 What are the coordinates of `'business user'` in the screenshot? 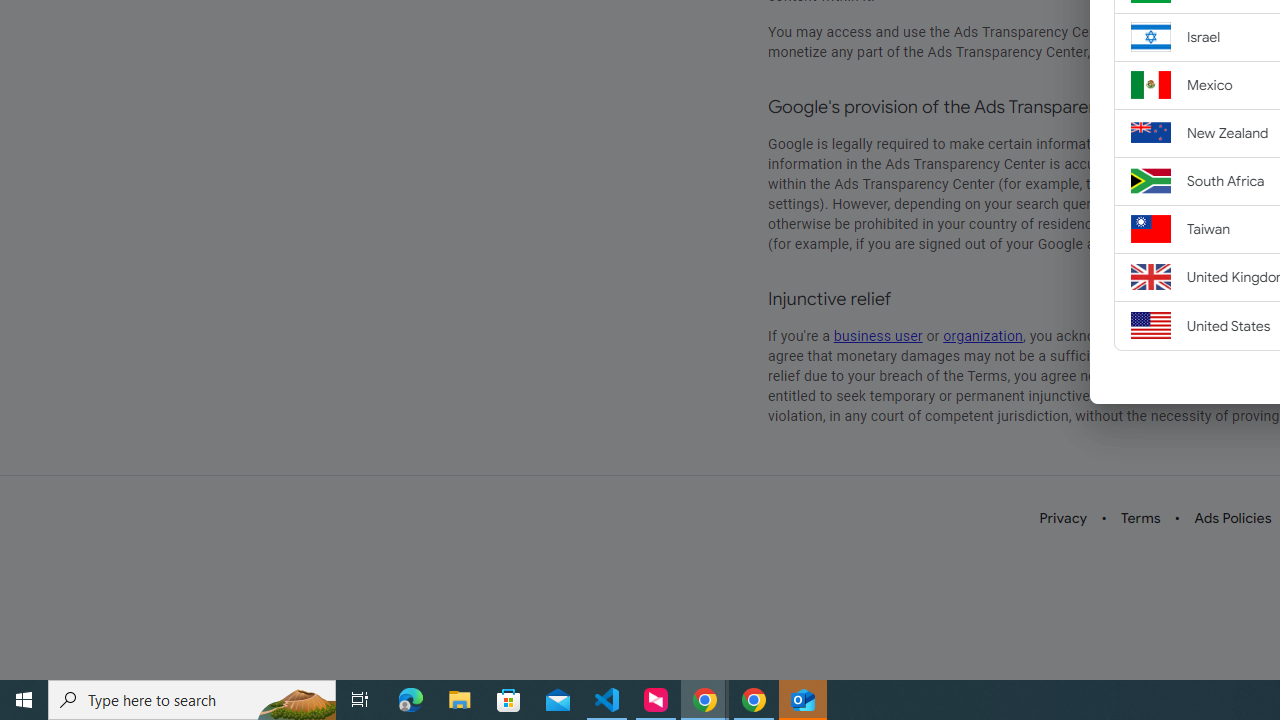 It's located at (878, 335).